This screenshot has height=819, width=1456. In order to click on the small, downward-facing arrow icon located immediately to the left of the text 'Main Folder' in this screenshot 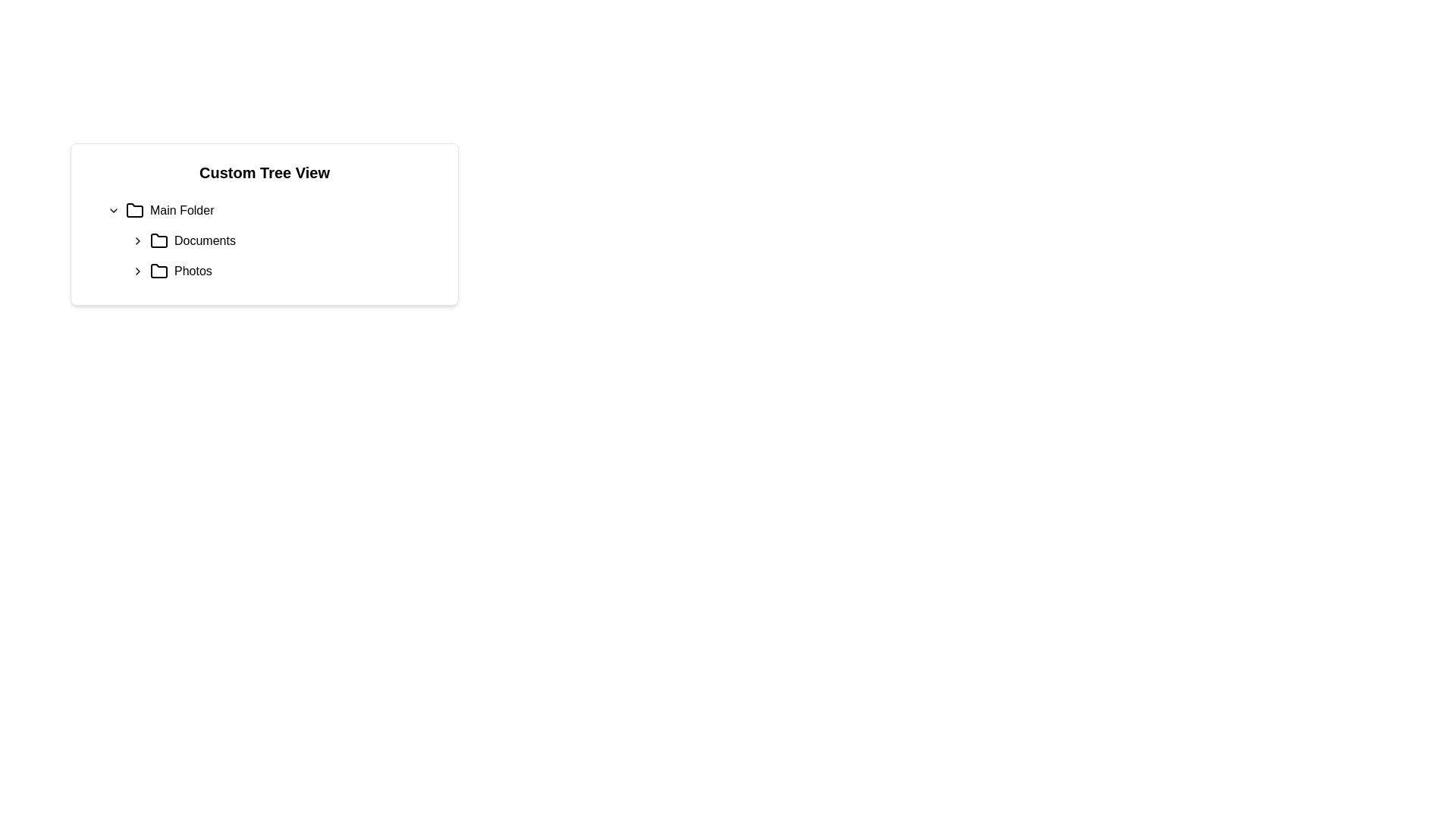, I will do `click(112, 210)`.